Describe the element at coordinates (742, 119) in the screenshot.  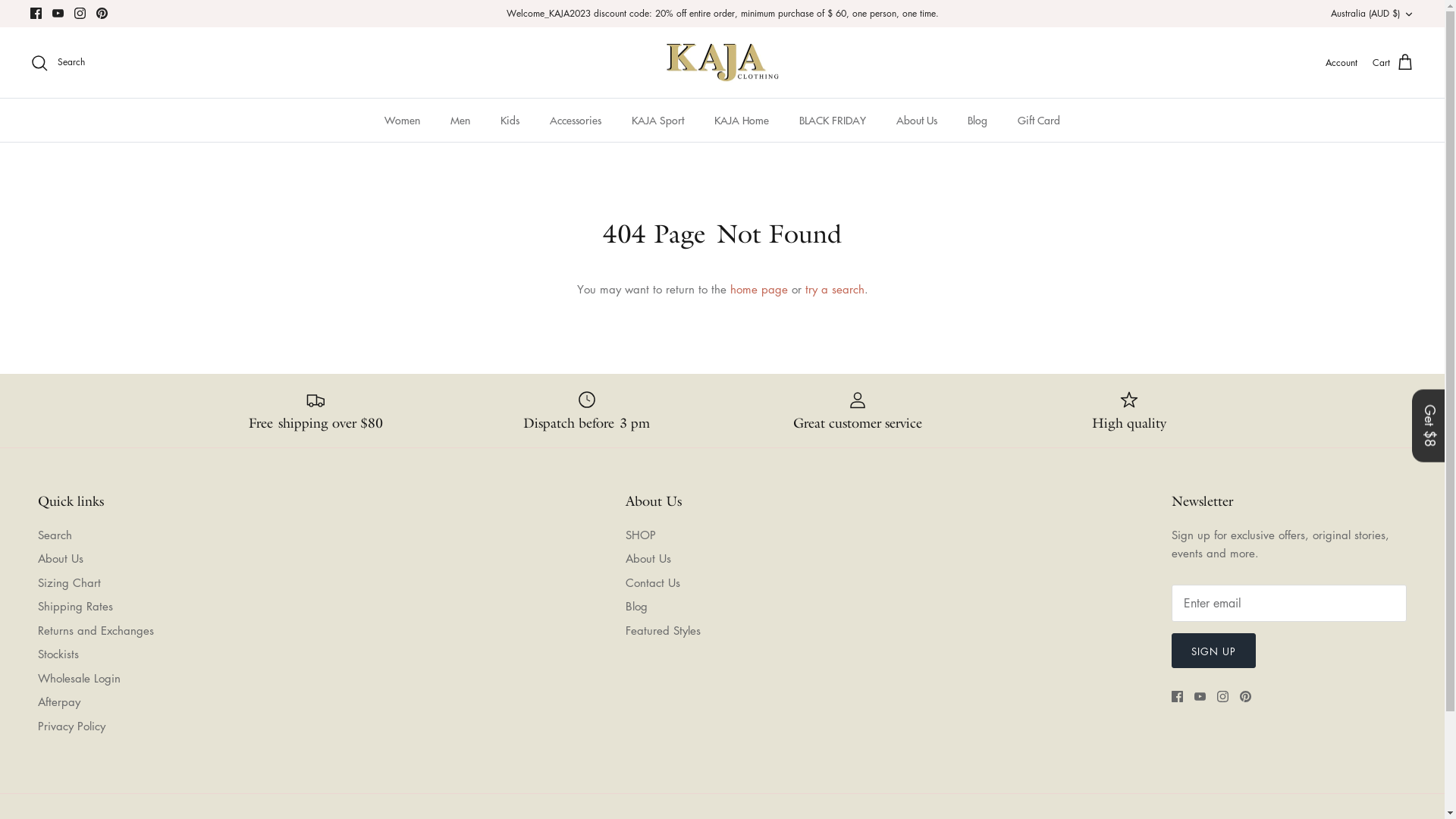
I see `'KAJA Home'` at that location.